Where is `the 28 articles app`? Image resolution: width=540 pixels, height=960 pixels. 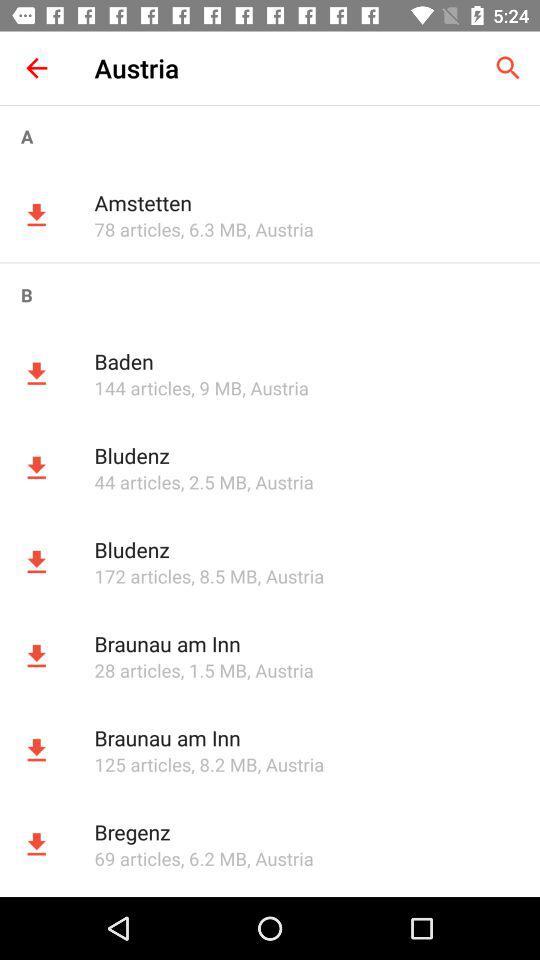
the 28 articles app is located at coordinates (136, 670).